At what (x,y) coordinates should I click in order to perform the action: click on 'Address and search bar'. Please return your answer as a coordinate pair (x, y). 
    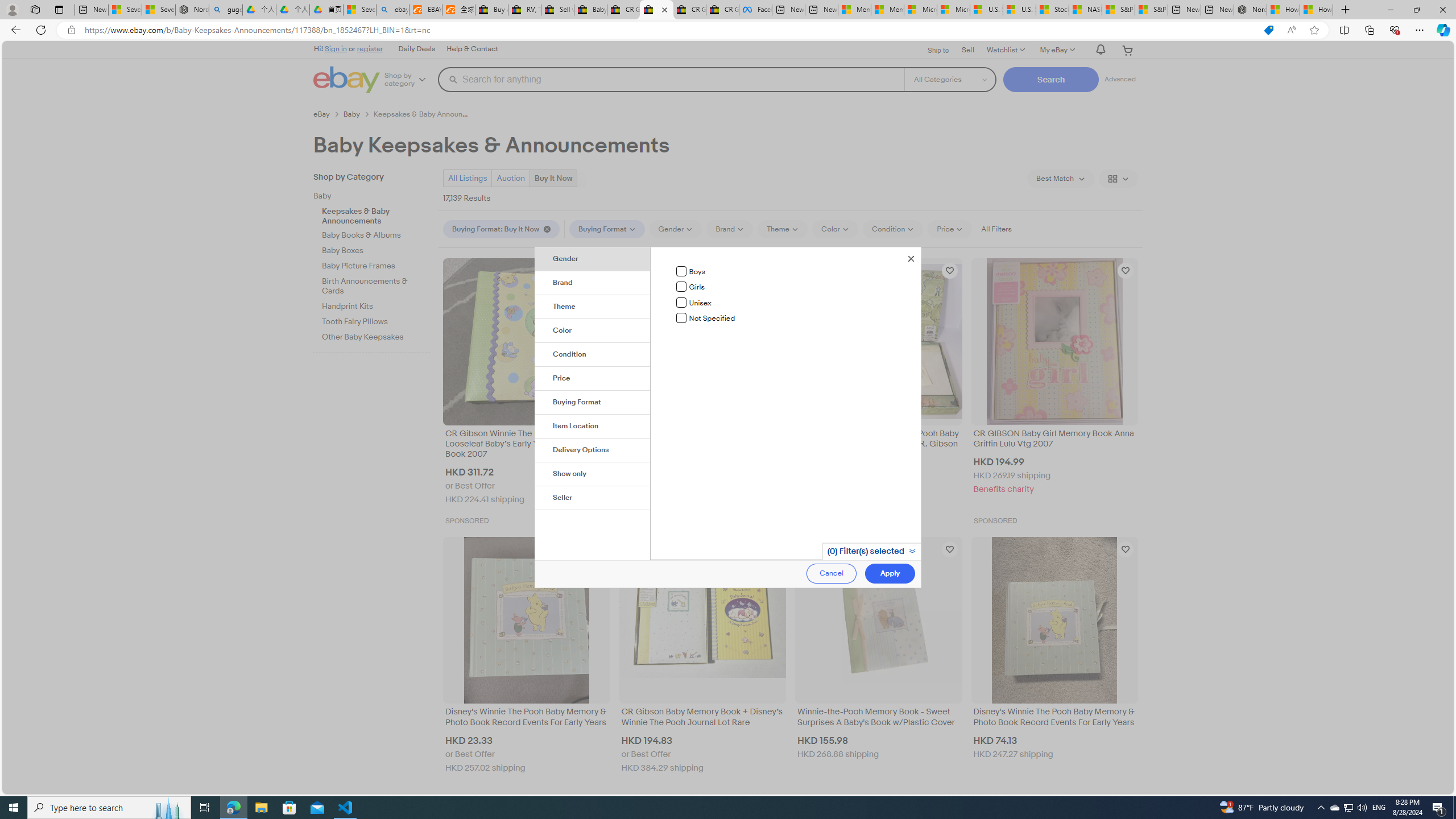
    Looking at the image, I should click on (669, 30).